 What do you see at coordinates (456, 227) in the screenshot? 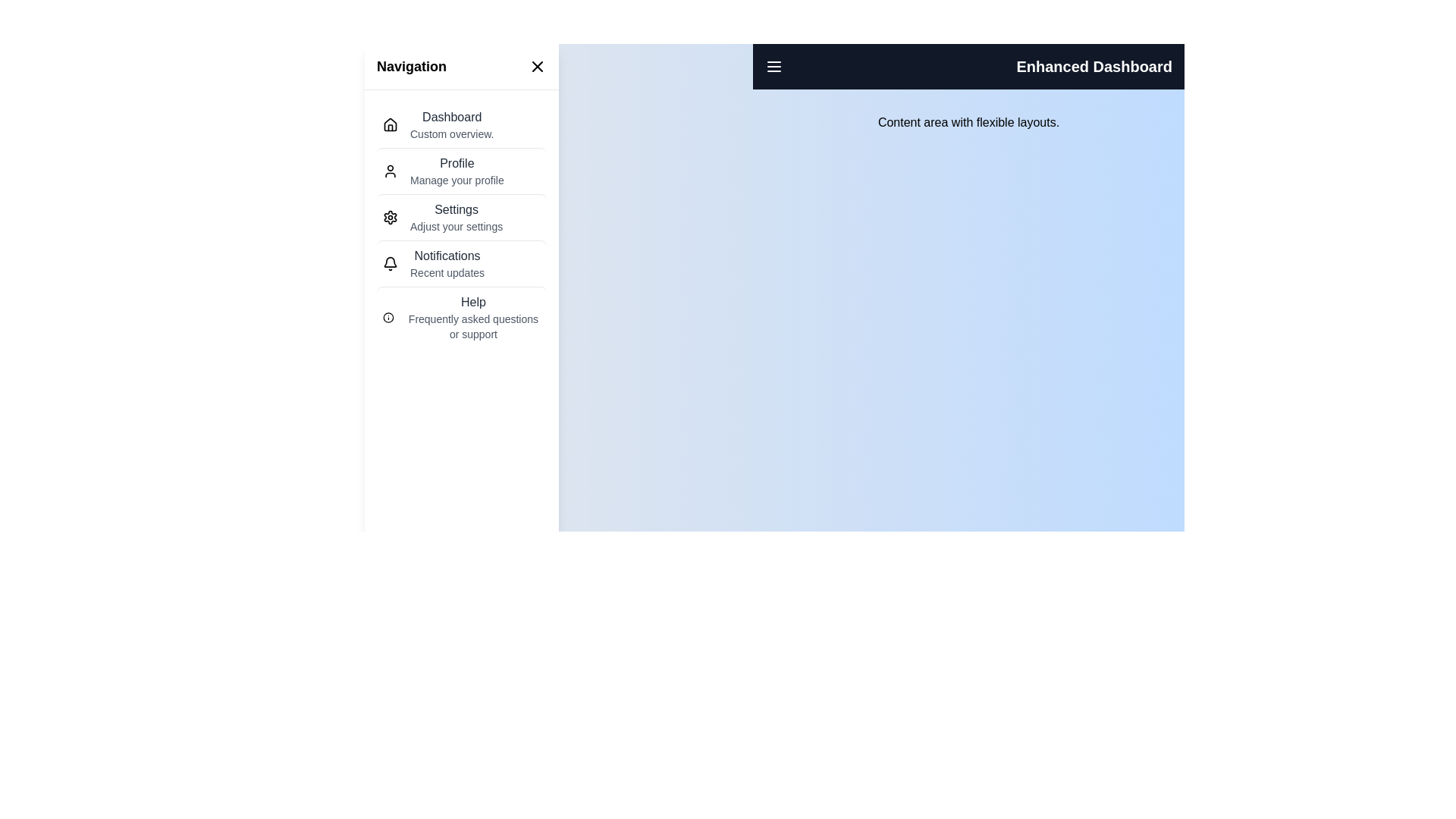
I see `the descriptive text label located directly below the 'Settings' title in the sidebar navigation menu` at bounding box center [456, 227].